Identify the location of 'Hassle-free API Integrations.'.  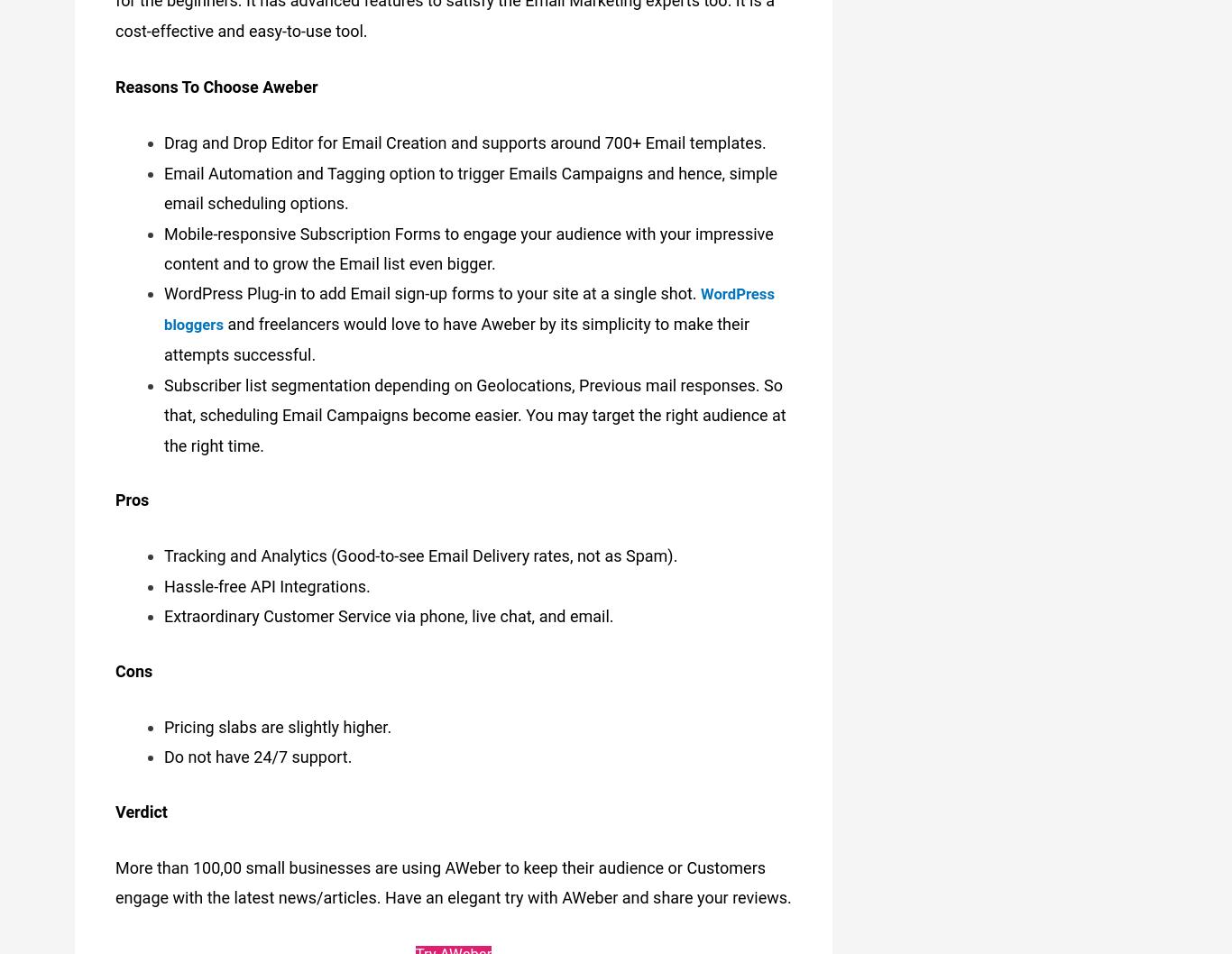
(267, 577).